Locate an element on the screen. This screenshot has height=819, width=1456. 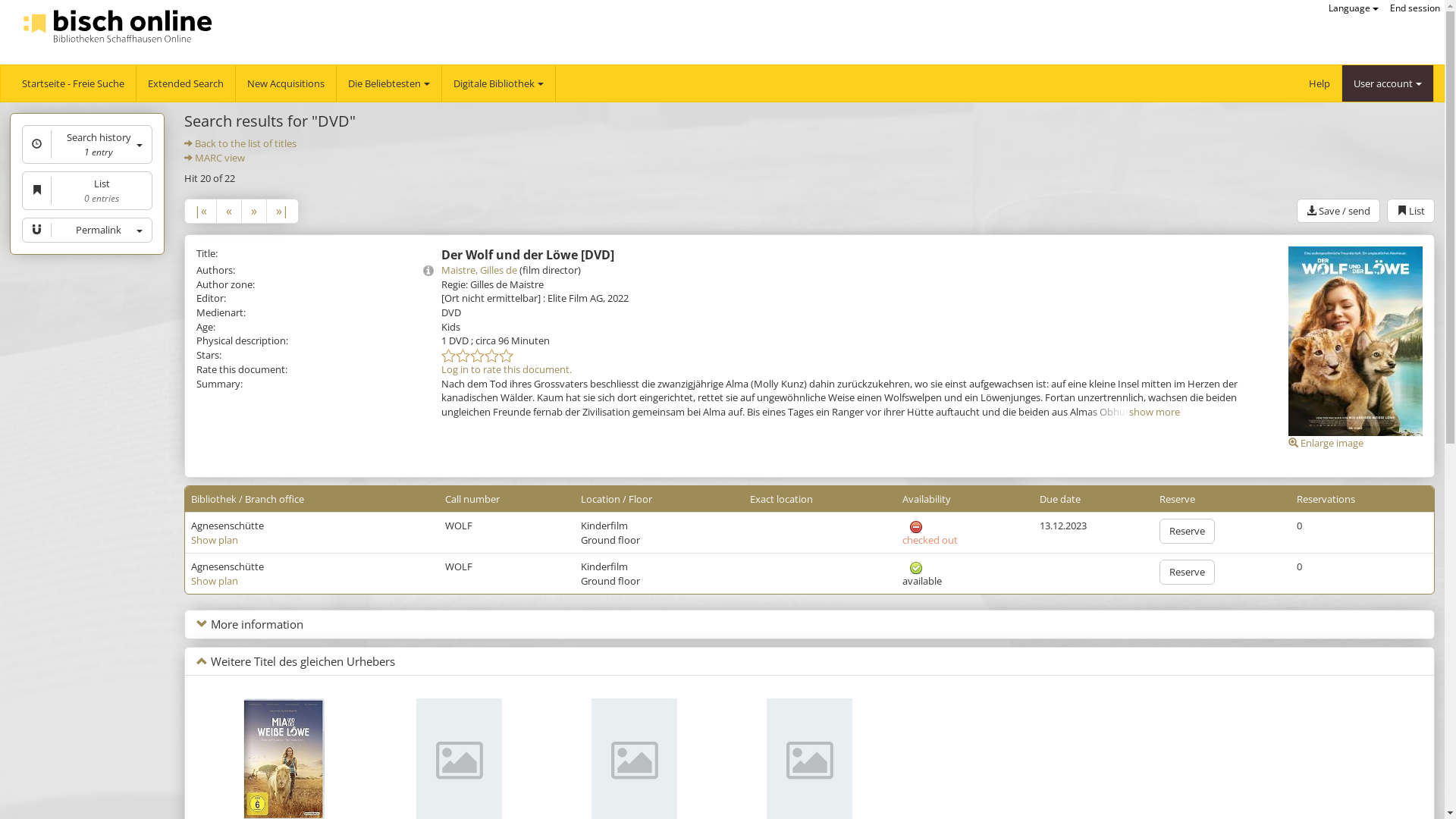
'available' is located at coordinates (915, 567).